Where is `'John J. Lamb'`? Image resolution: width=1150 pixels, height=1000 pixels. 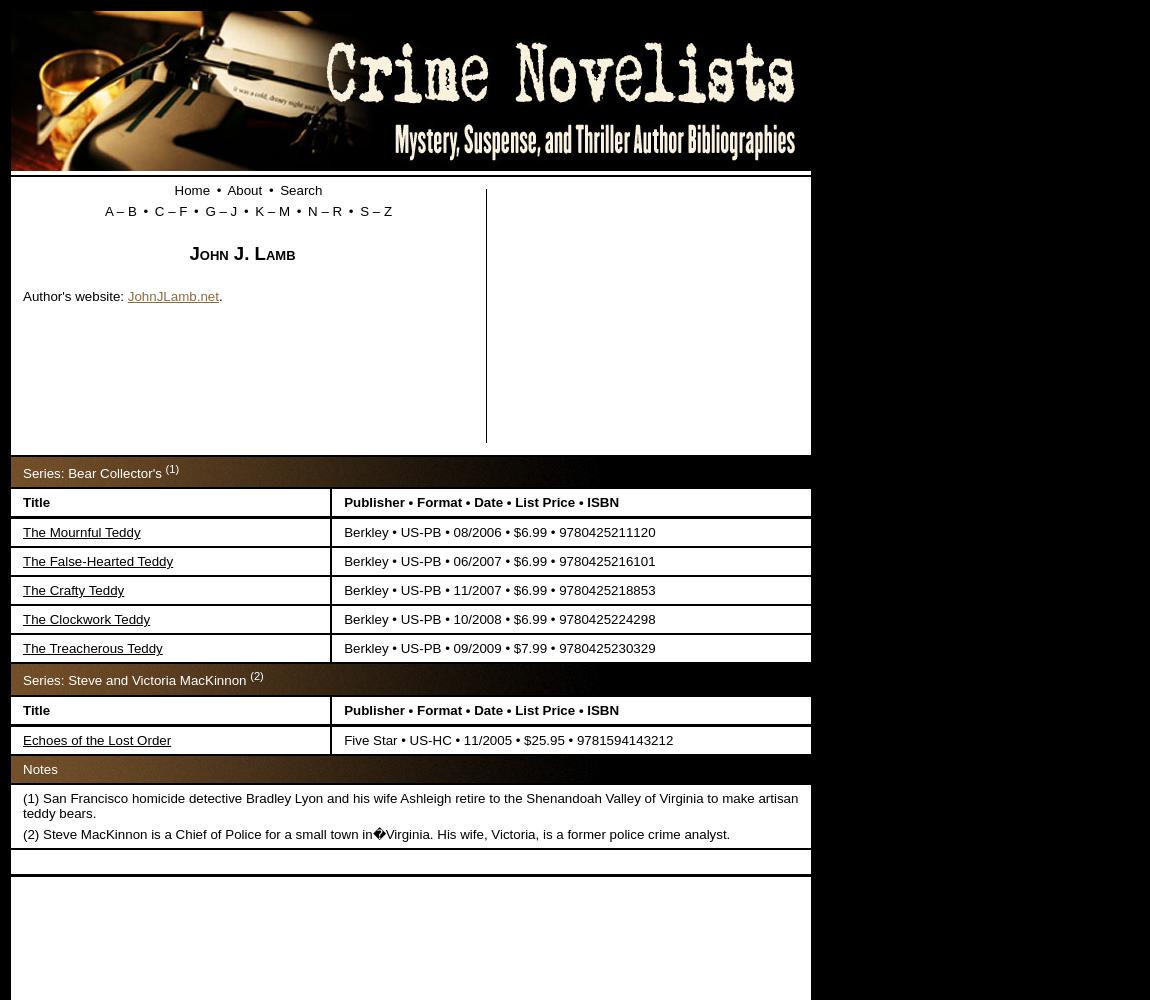 'John J. Lamb' is located at coordinates (240, 253).